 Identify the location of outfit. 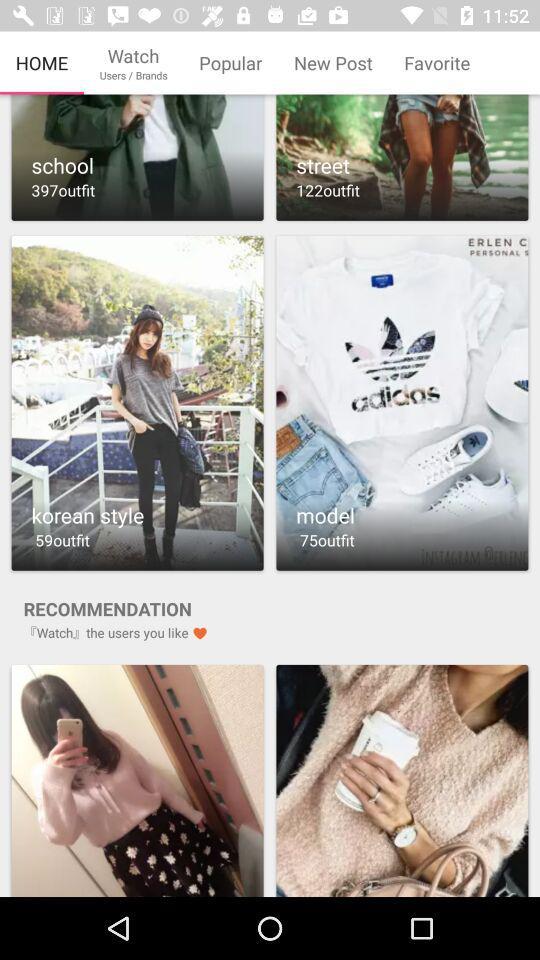
(136, 402).